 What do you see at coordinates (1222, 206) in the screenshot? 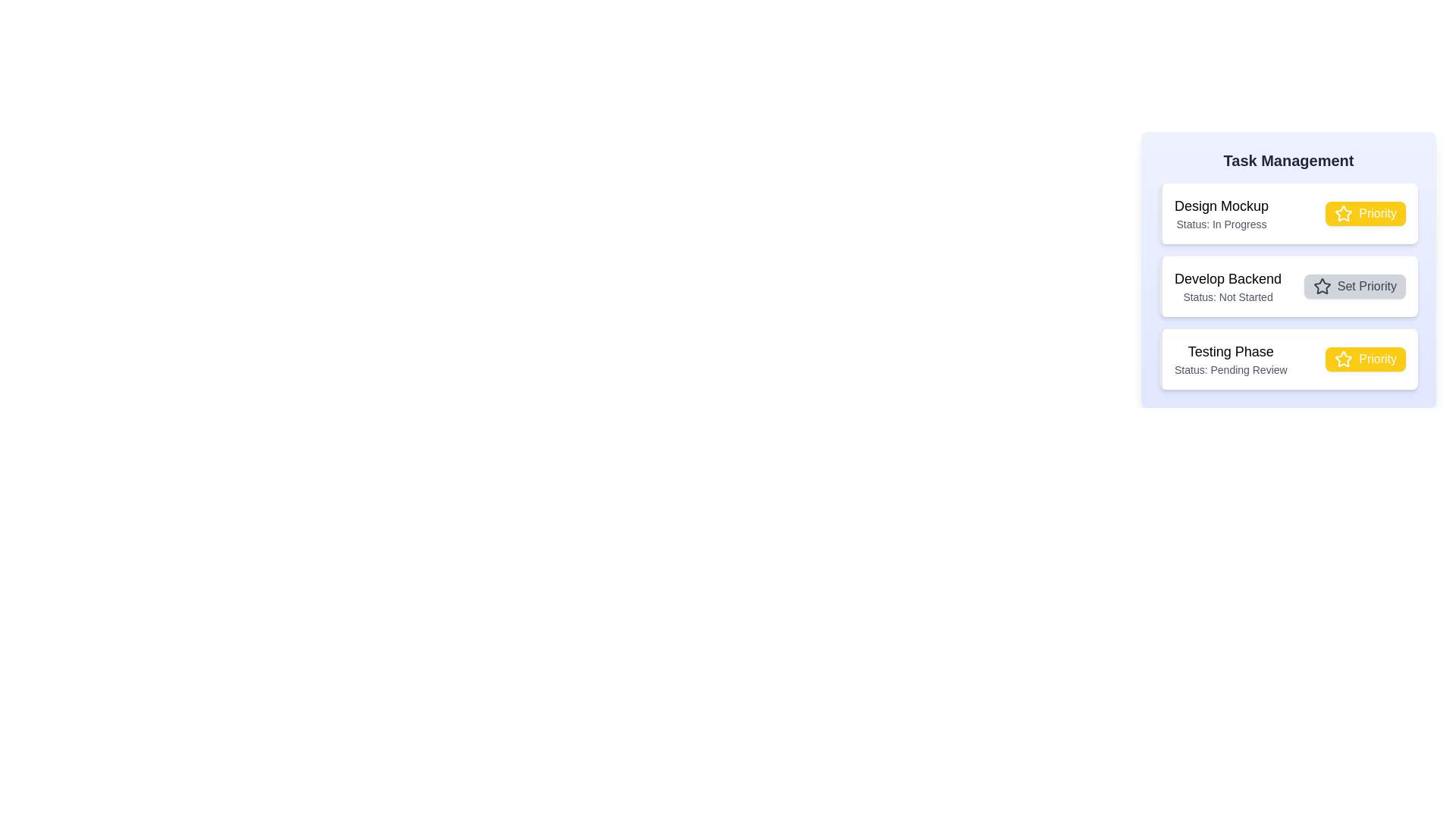
I see `the task title Design Mockup to select its text` at bounding box center [1222, 206].